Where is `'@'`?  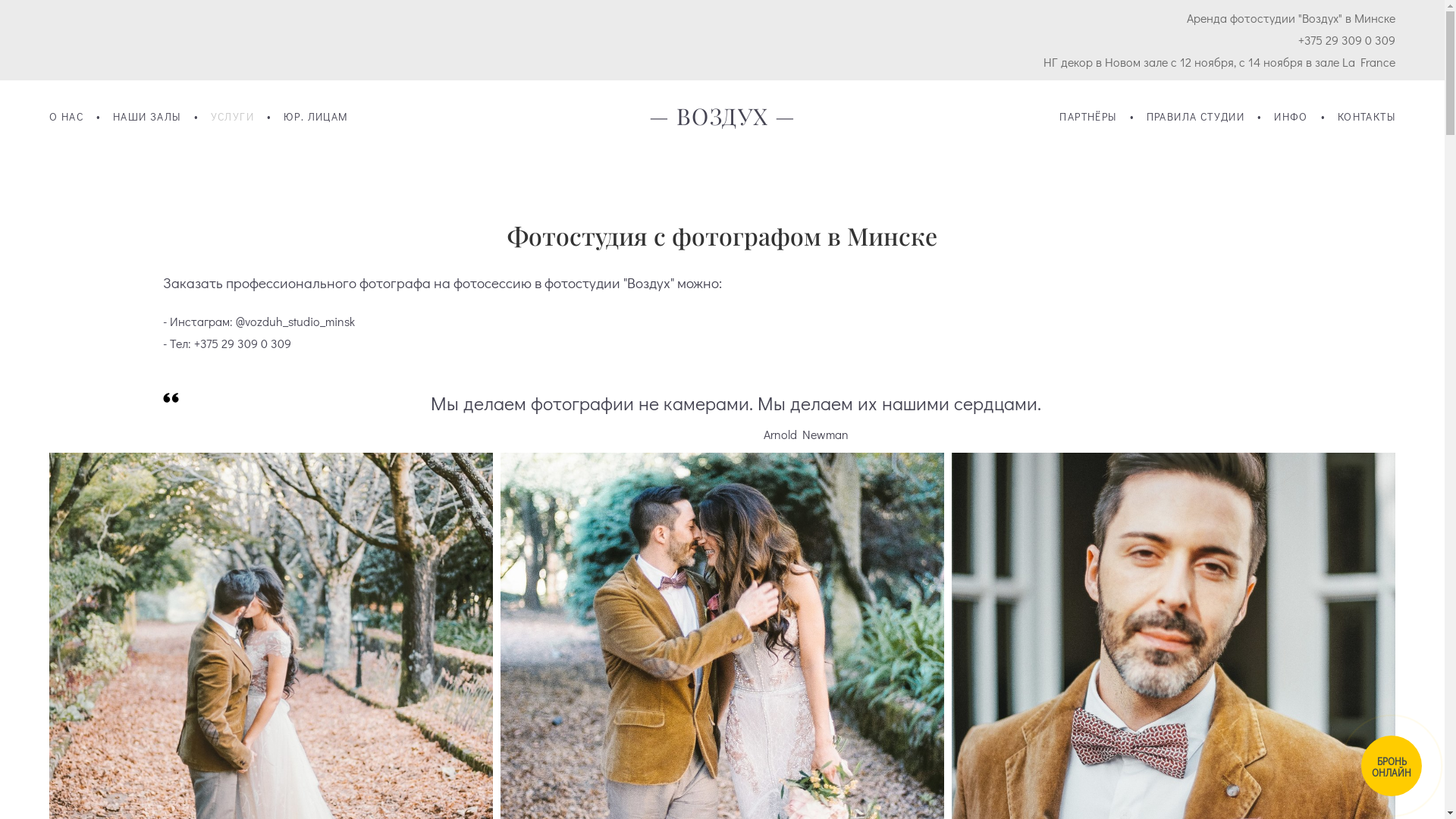 '@' is located at coordinates (239, 321).